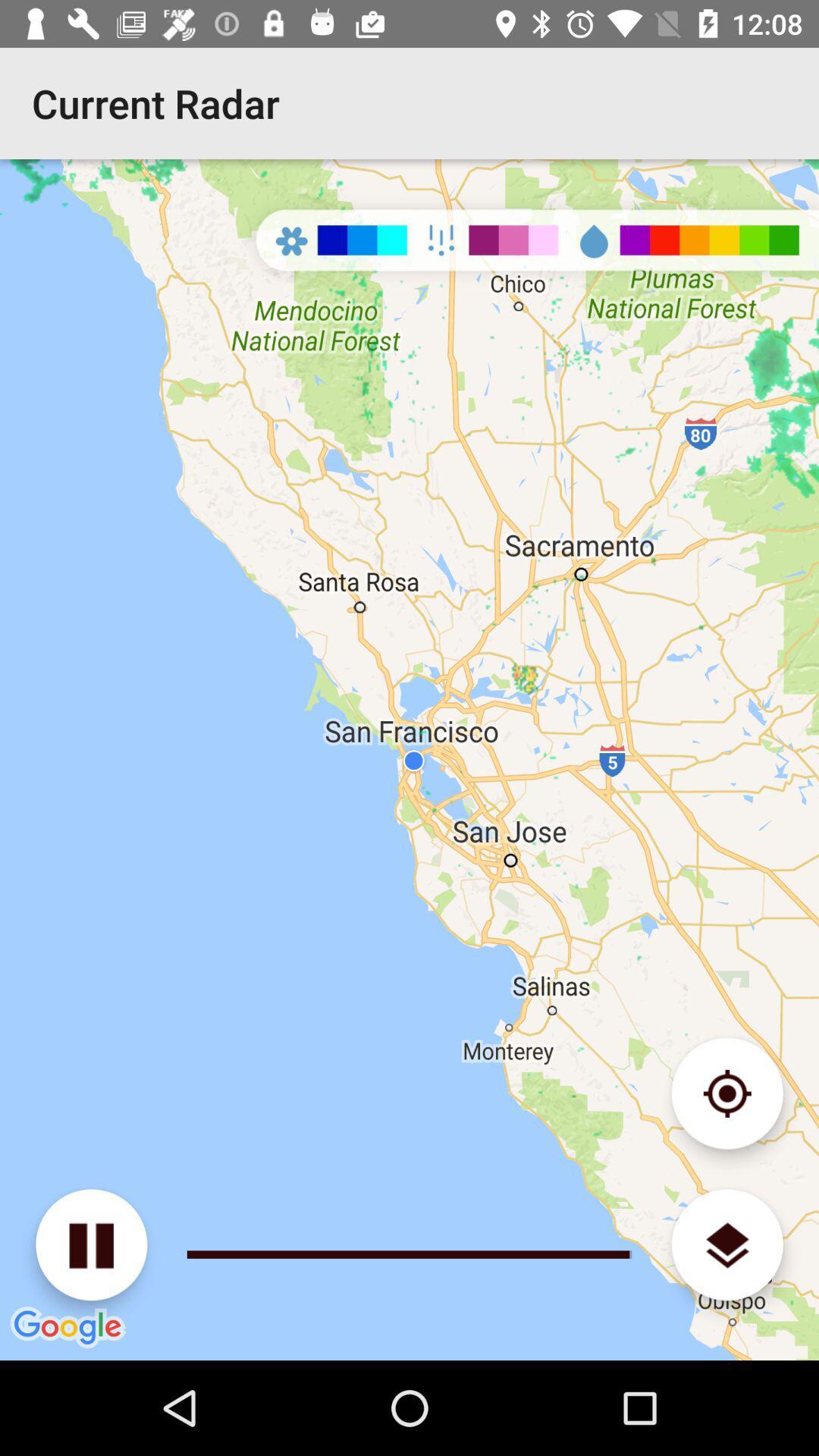 Image resolution: width=819 pixels, height=1456 pixels. I want to click on find my location, so click(726, 1094).